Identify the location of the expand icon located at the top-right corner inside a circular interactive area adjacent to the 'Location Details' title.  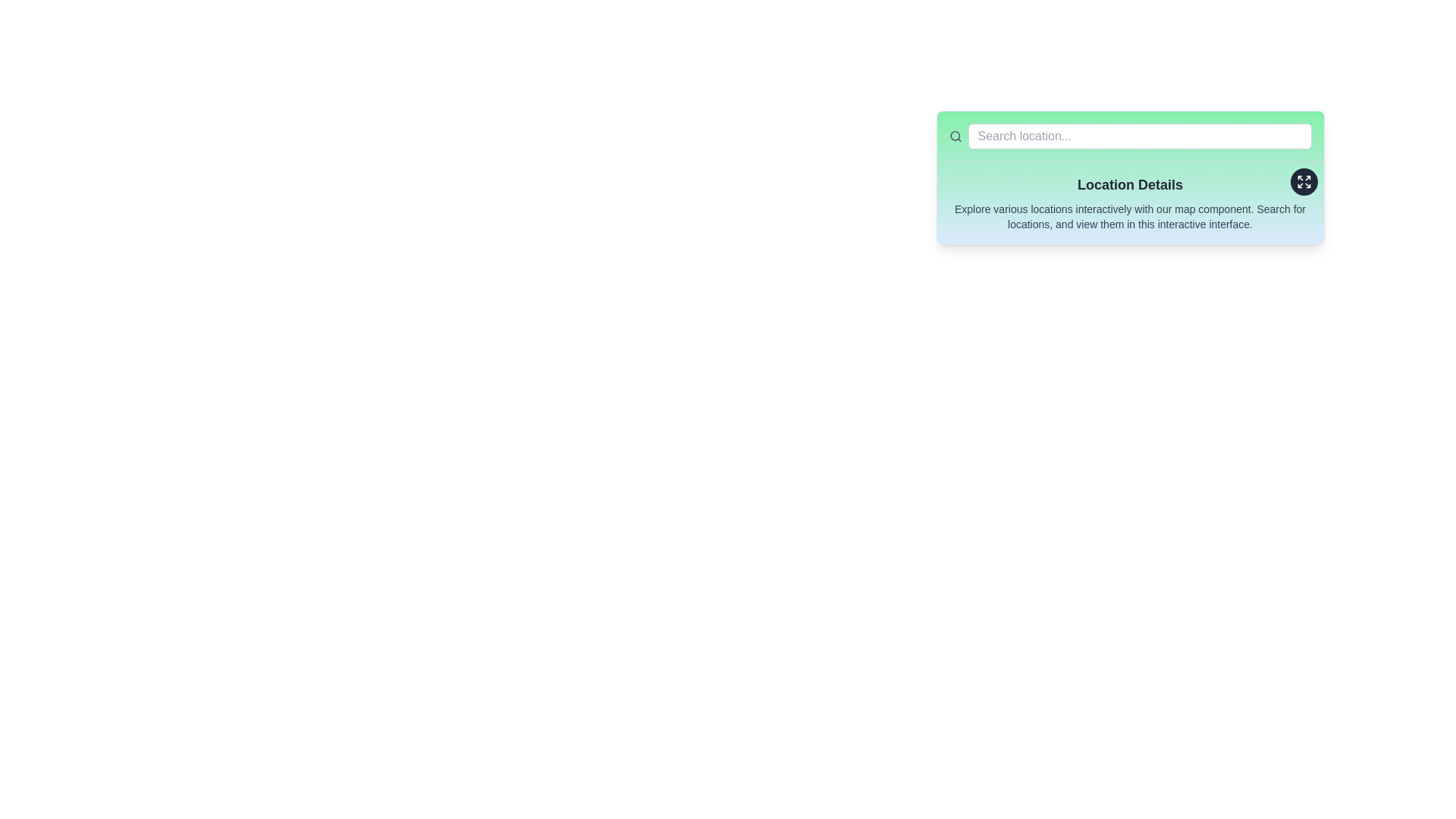
(1303, 180).